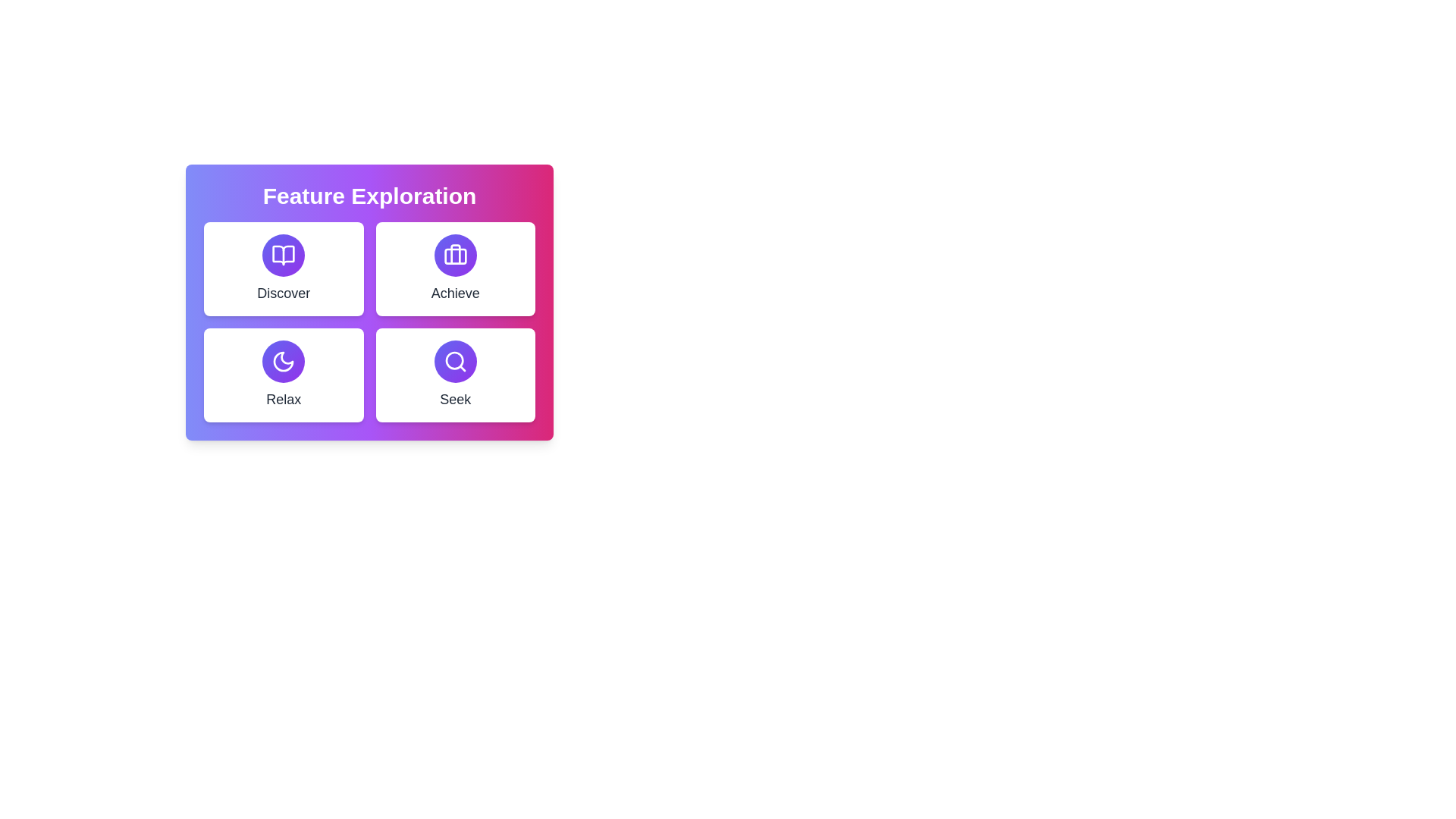  Describe the element at coordinates (284, 375) in the screenshot. I see `the 'Relax' button located in the bottom-left corner of the grid` at that location.